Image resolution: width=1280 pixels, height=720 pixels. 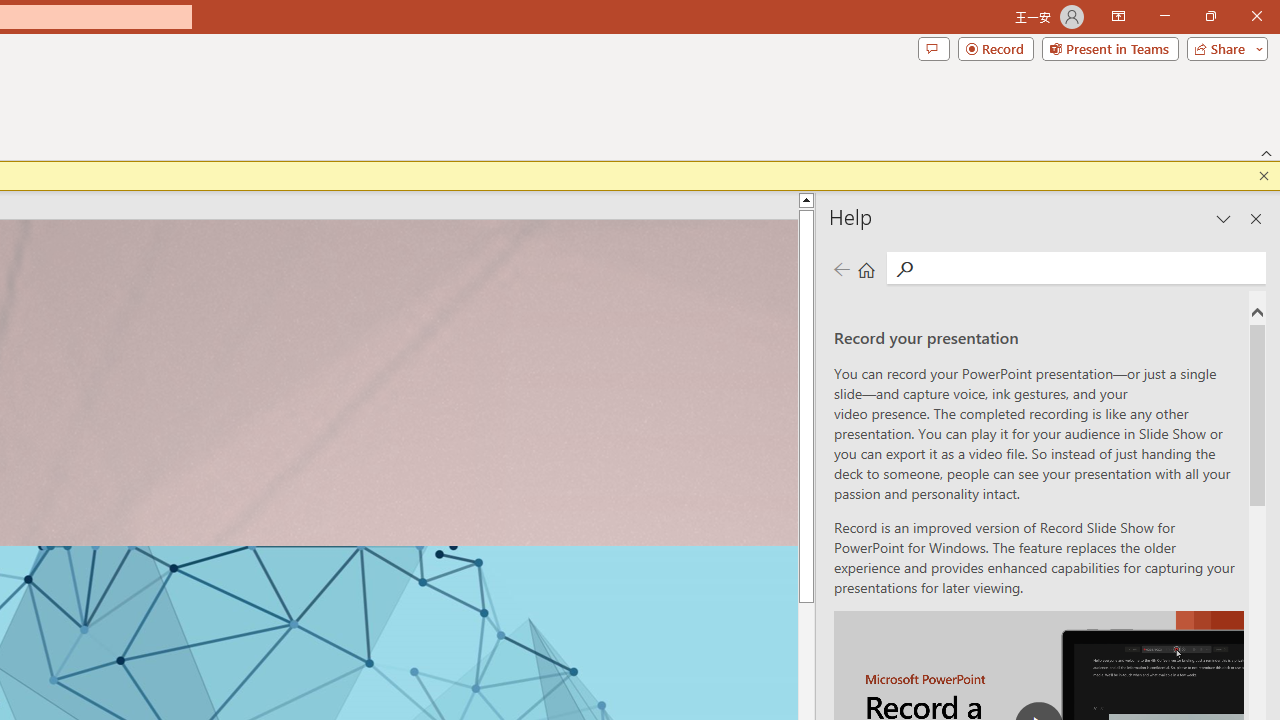 What do you see at coordinates (1117, 16) in the screenshot?
I see `'Ribbon Display Options'` at bounding box center [1117, 16].